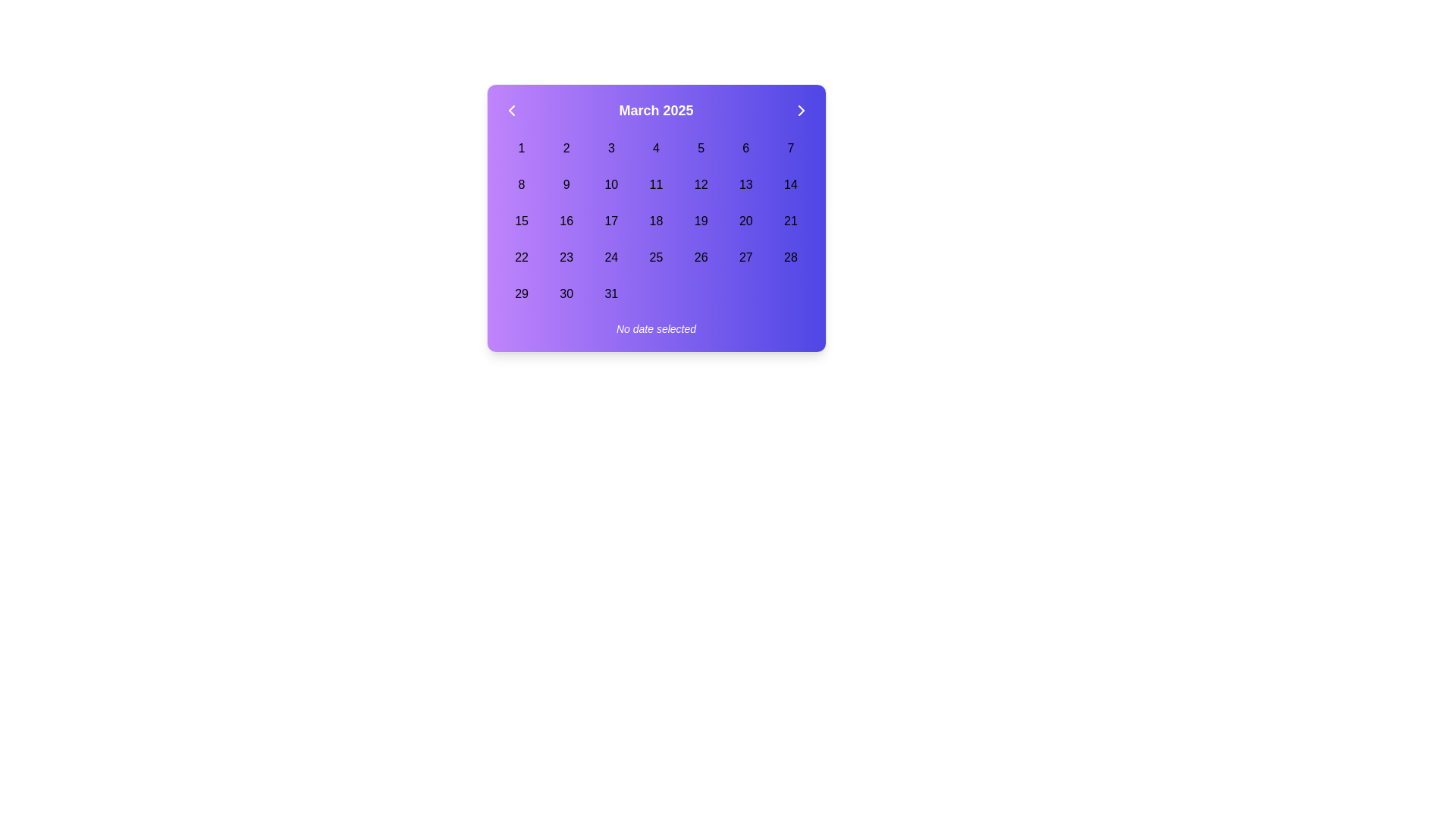 The image size is (1456, 819). I want to click on the circular button labeled '4' in the calendar grid, so click(656, 149).